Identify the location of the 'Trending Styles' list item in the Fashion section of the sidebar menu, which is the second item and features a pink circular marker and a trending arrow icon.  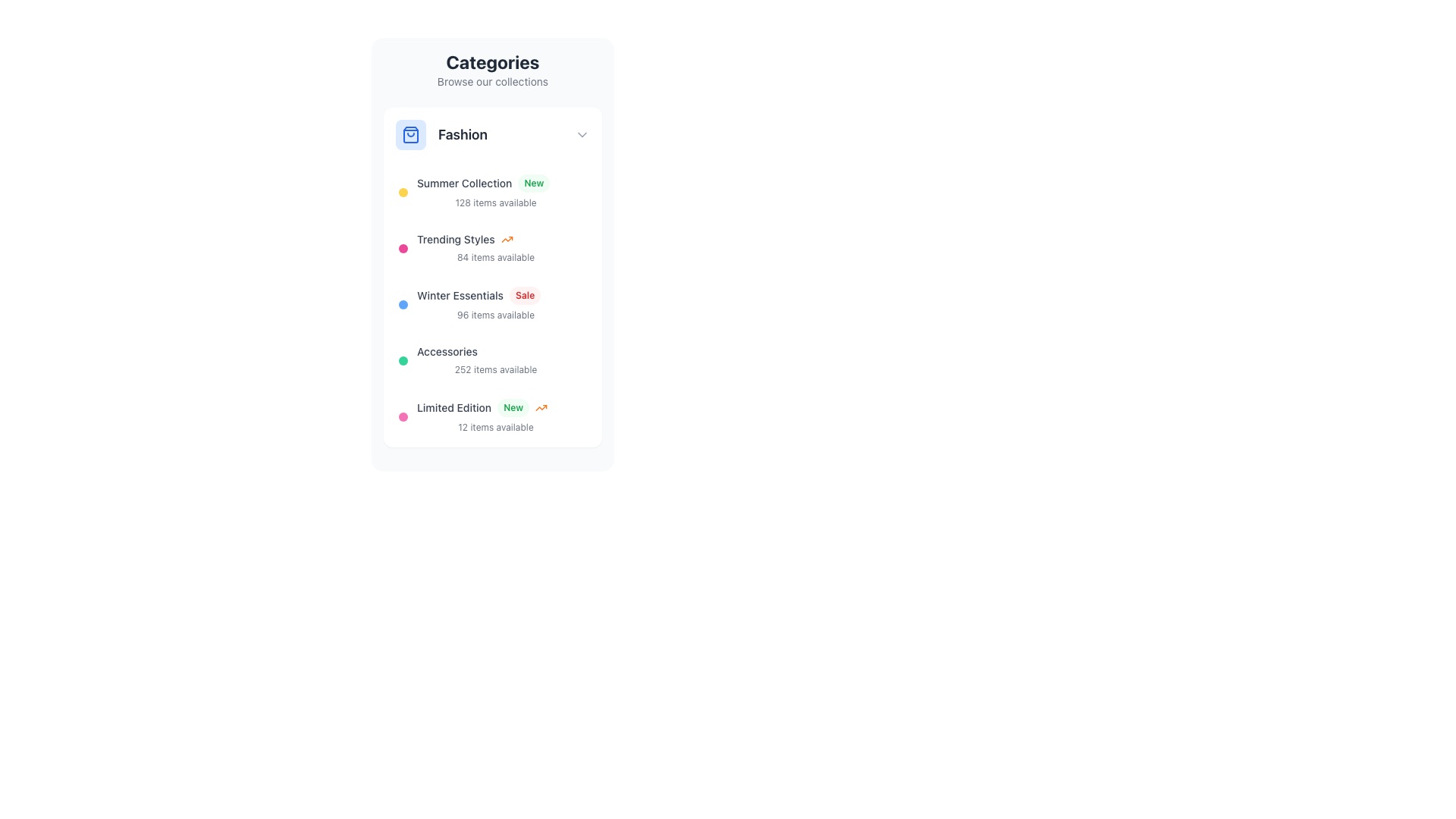
(492, 247).